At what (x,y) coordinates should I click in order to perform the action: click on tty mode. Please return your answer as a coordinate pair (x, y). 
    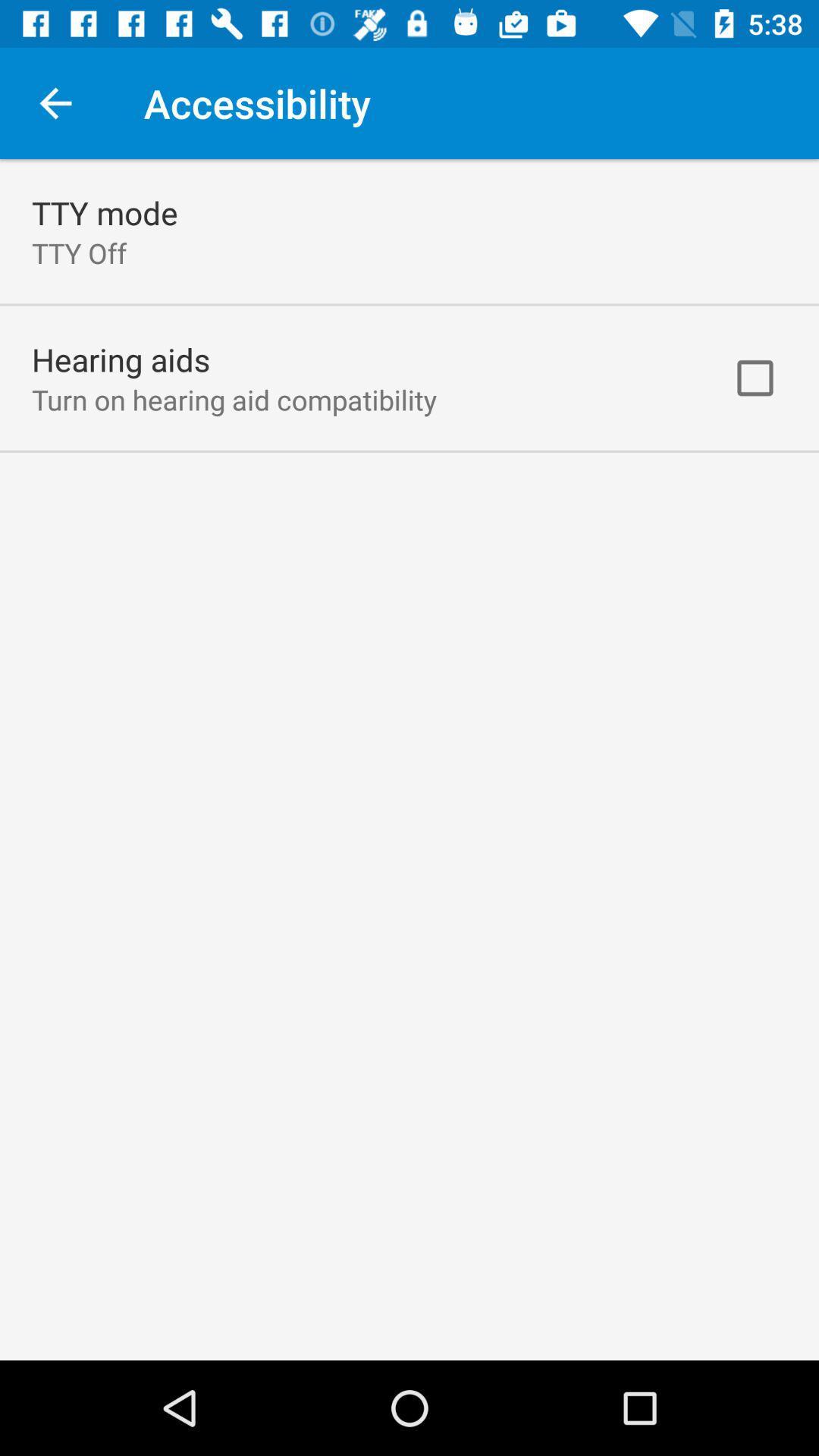
    Looking at the image, I should click on (104, 212).